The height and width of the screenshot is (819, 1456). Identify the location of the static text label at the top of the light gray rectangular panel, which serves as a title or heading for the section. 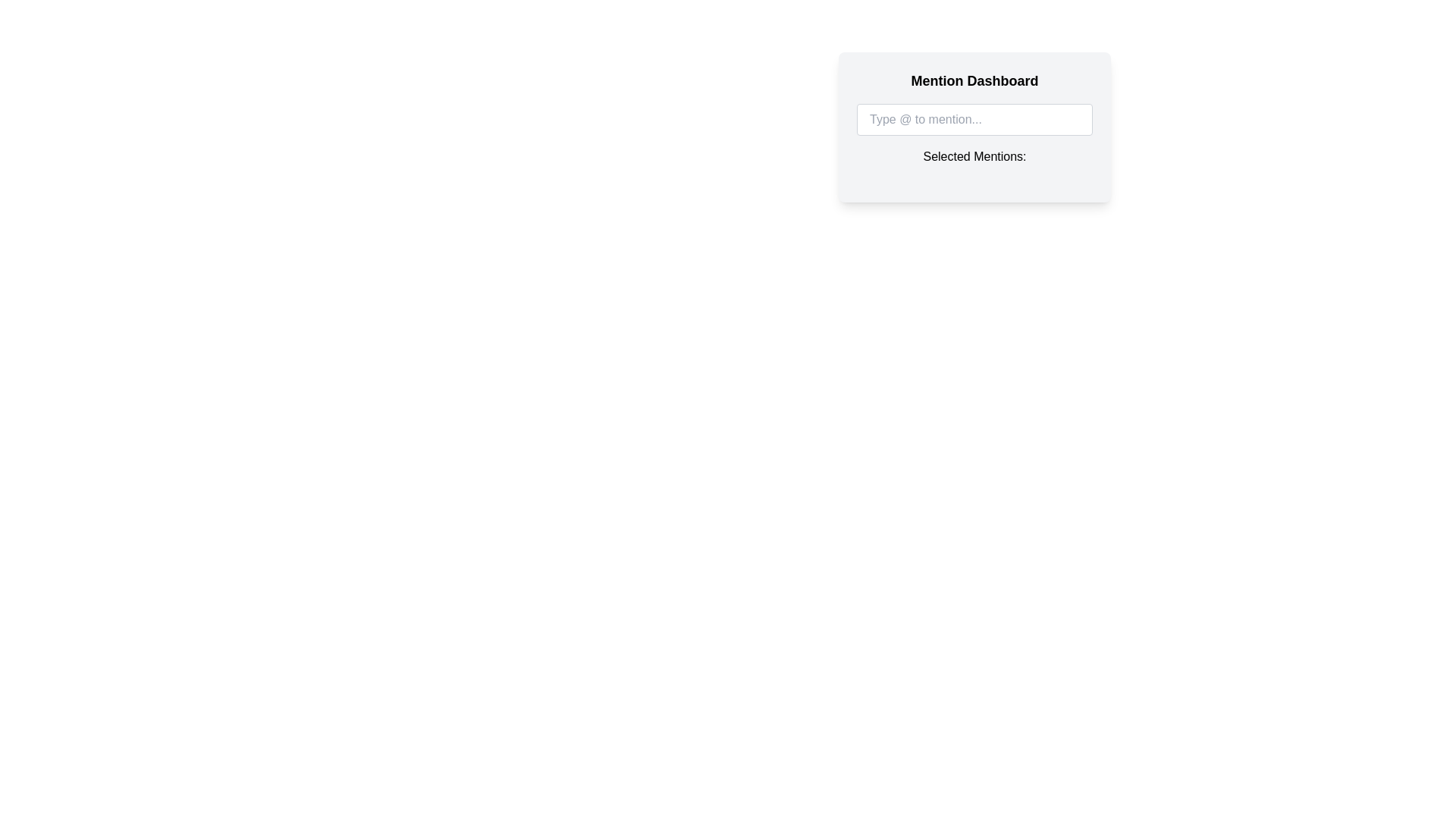
(974, 81).